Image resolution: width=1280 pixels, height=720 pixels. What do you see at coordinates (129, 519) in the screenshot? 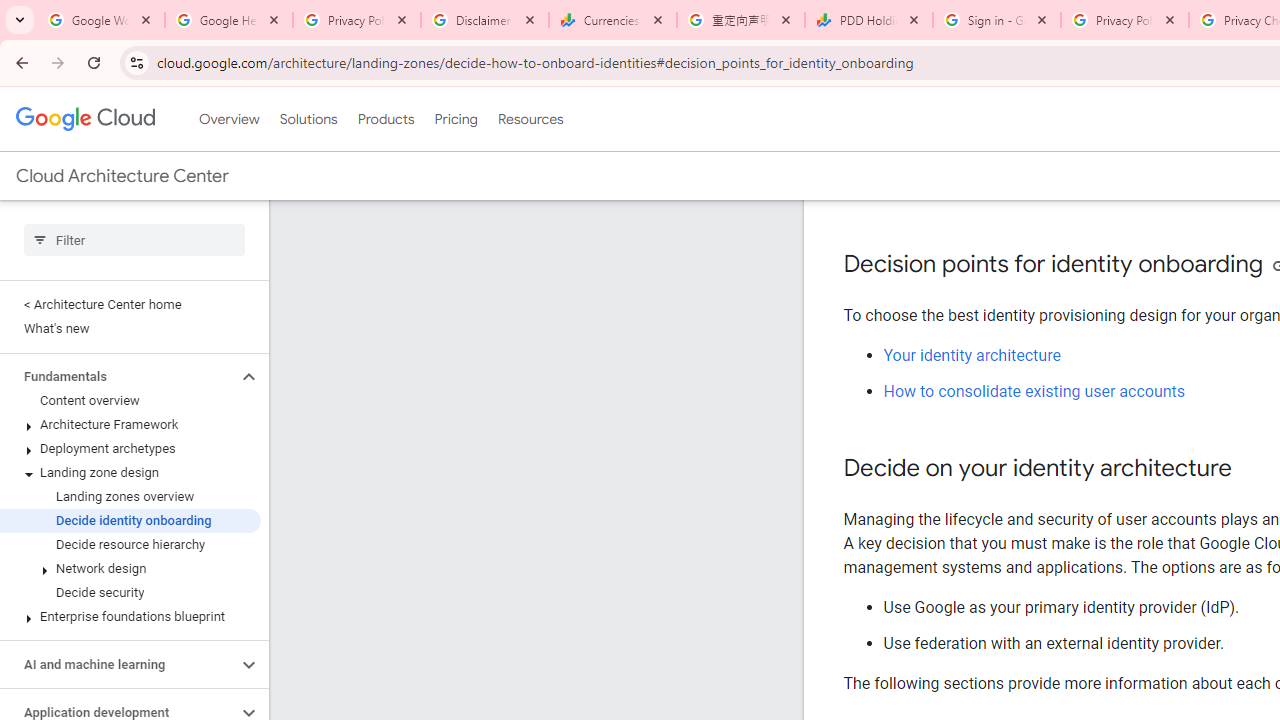
I see `'Decide identity onboarding'` at bounding box center [129, 519].